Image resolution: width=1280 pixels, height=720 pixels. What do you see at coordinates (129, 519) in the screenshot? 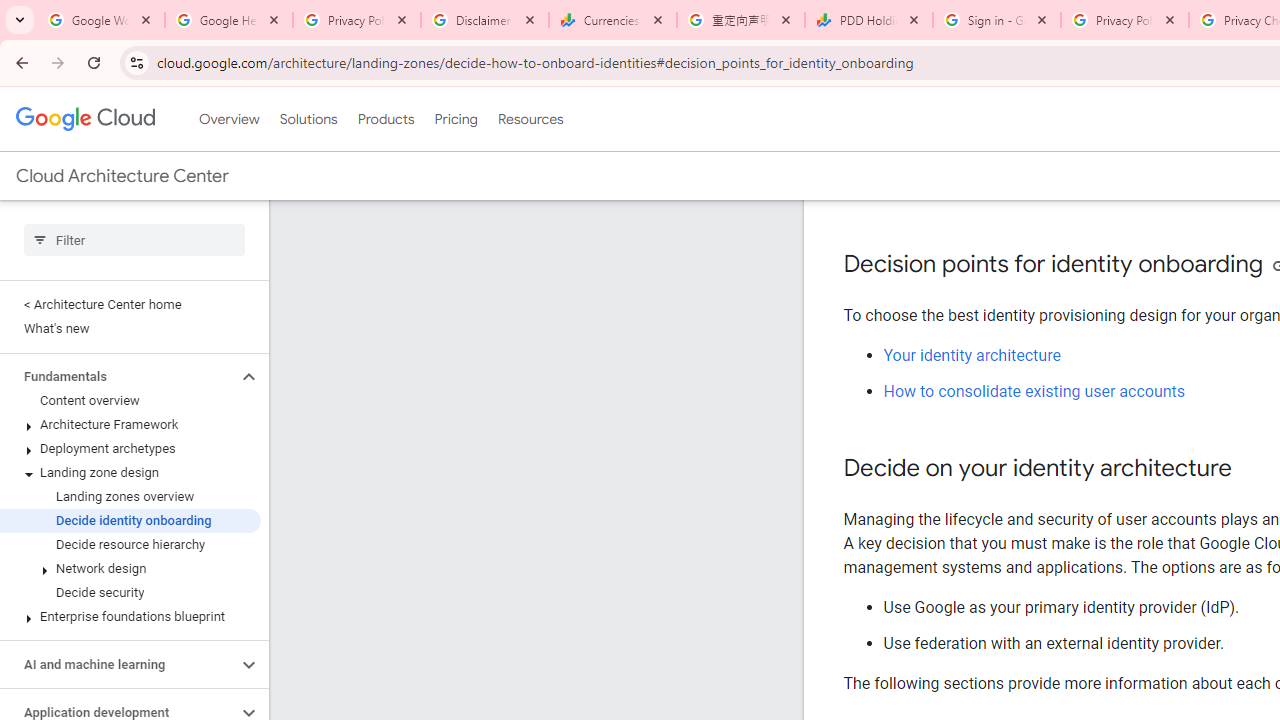
I see `'Decide identity onboarding'` at bounding box center [129, 519].